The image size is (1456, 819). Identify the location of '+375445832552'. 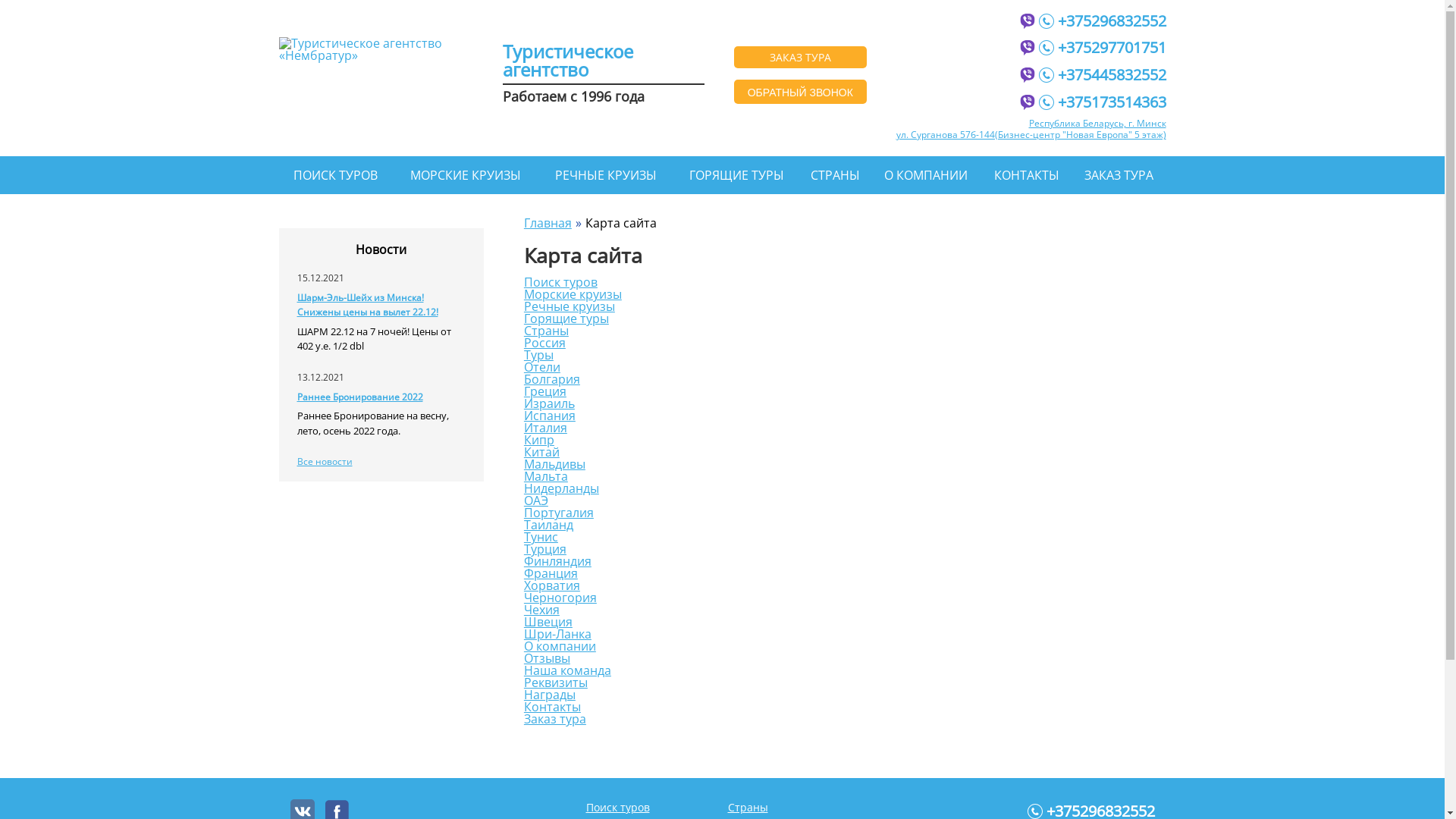
(1103, 73).